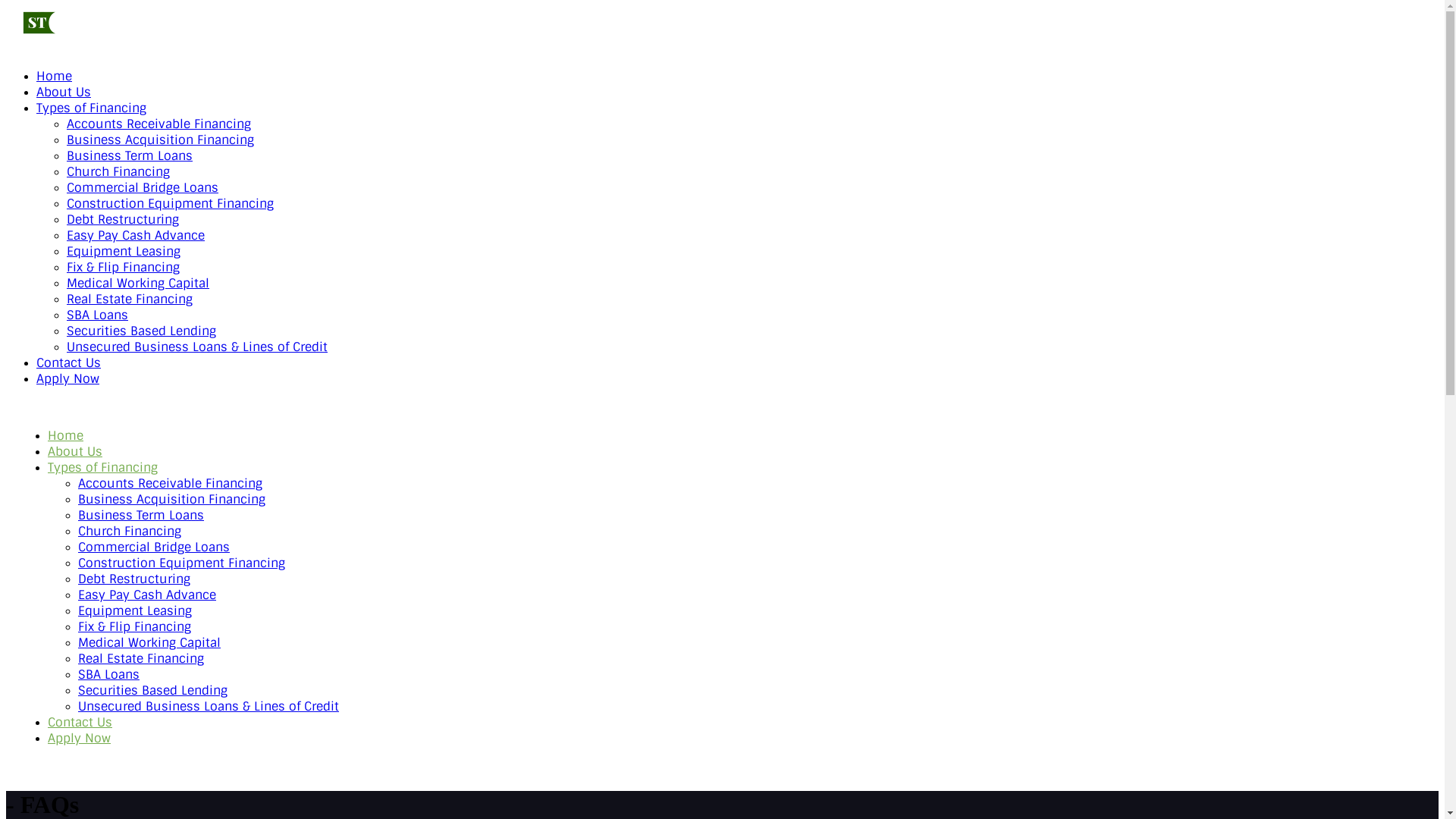 Image resolution: width=1456 pixels, height=819 pixels. I want to click on 'Contact Us', so click(67, 362).